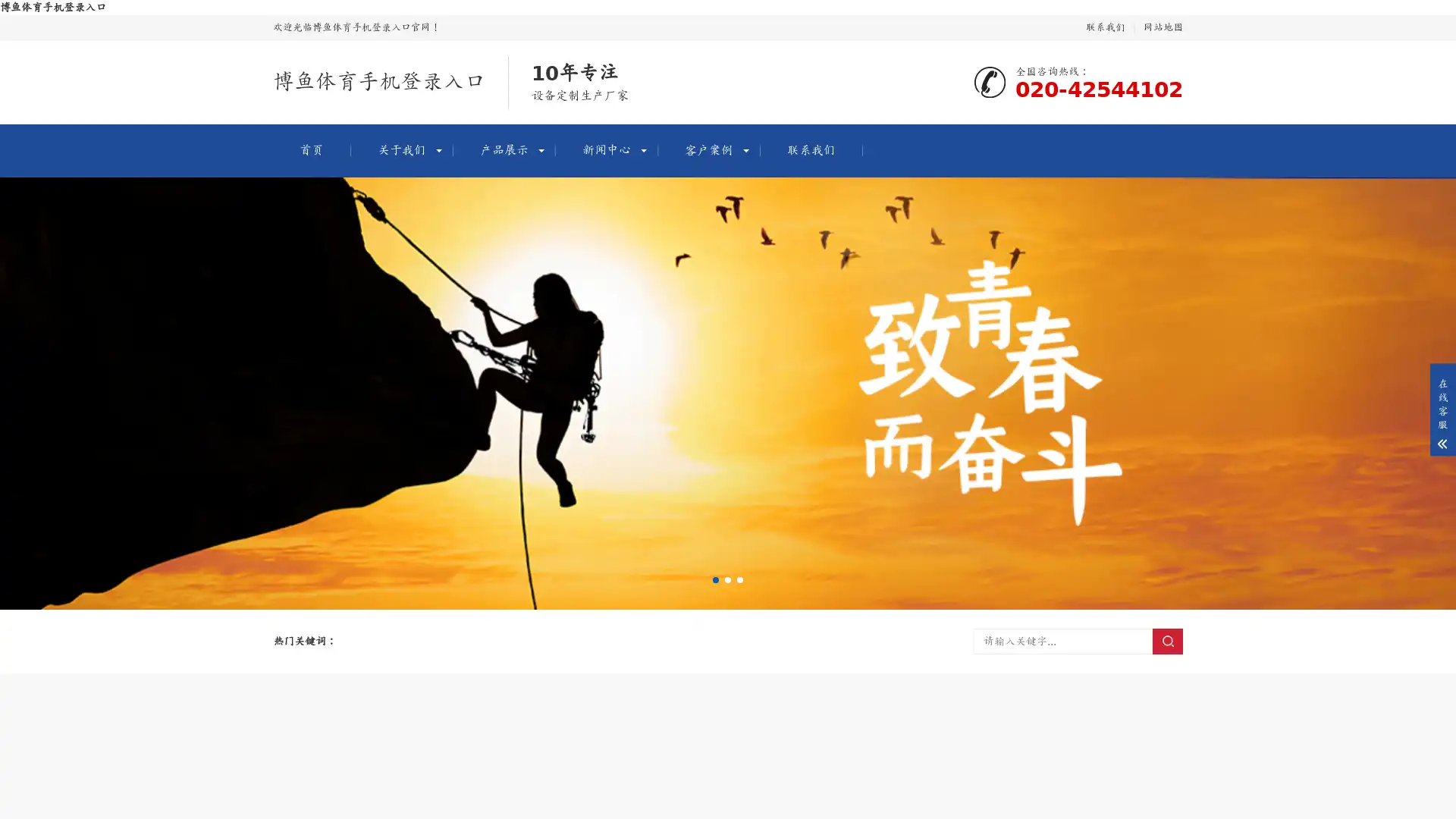 The width and height of the screenshot is (1456, 819). I want to click on Go to slide 2, so click(728, 579).